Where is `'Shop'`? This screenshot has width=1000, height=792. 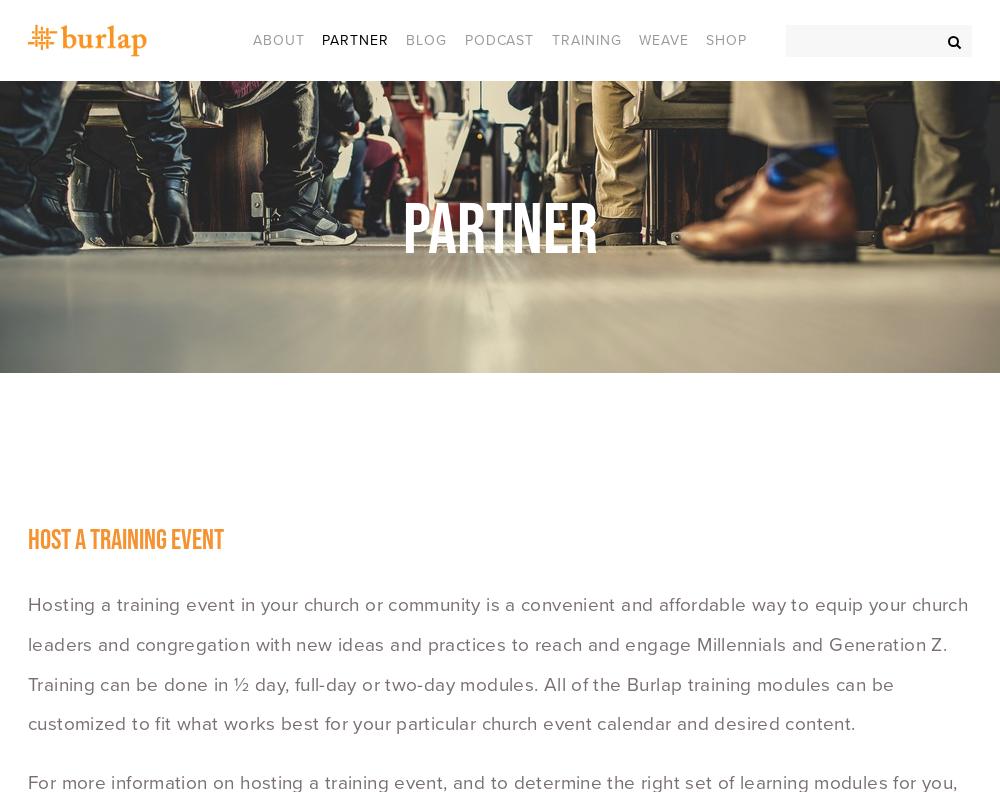 'Shop' is located at coordinates (705, 38).